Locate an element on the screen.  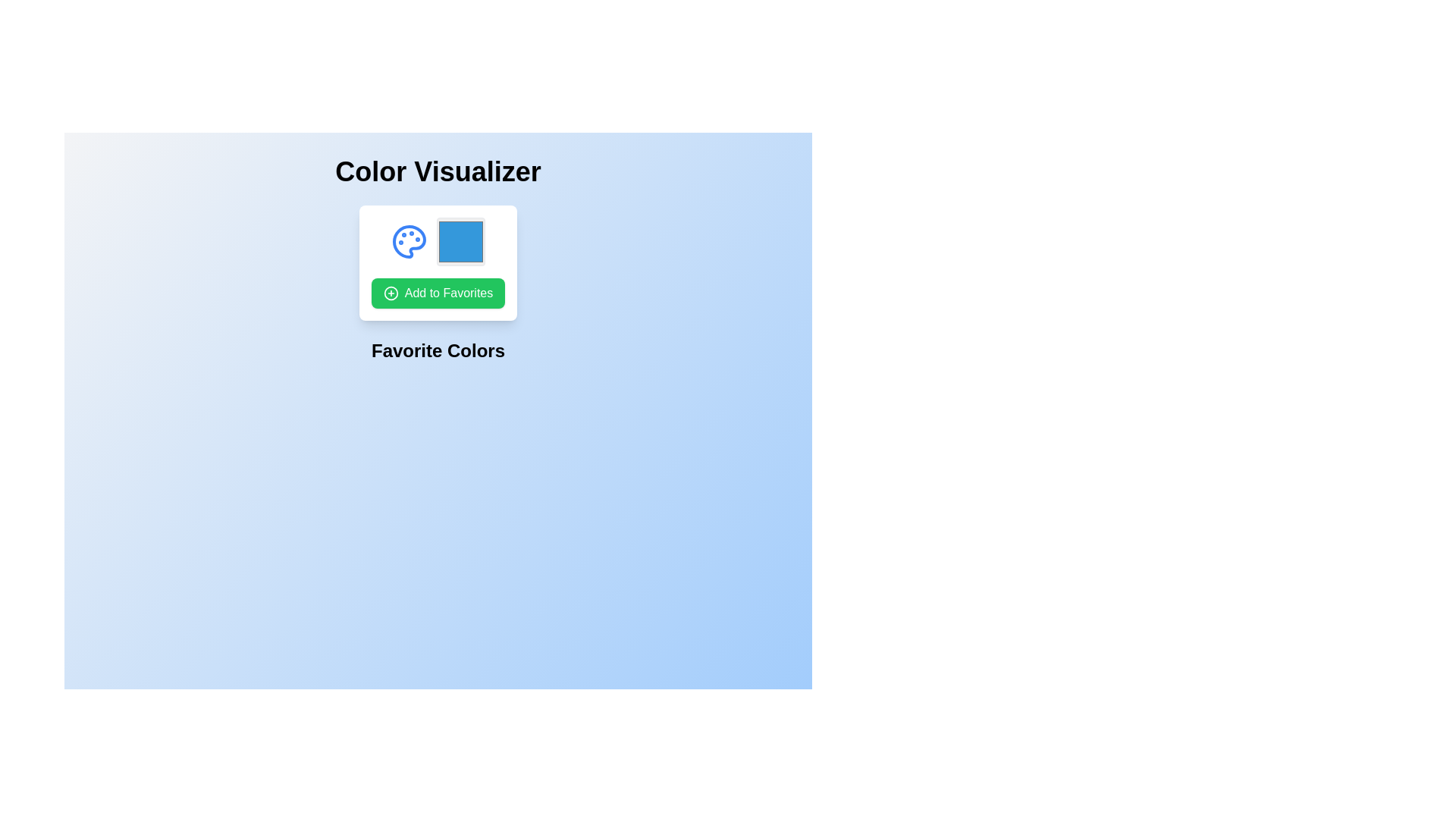
the painter's palette icon, which is centrally positioned within the white card component and located to the left of a solid color square representation is located at coordinates (409, 241).